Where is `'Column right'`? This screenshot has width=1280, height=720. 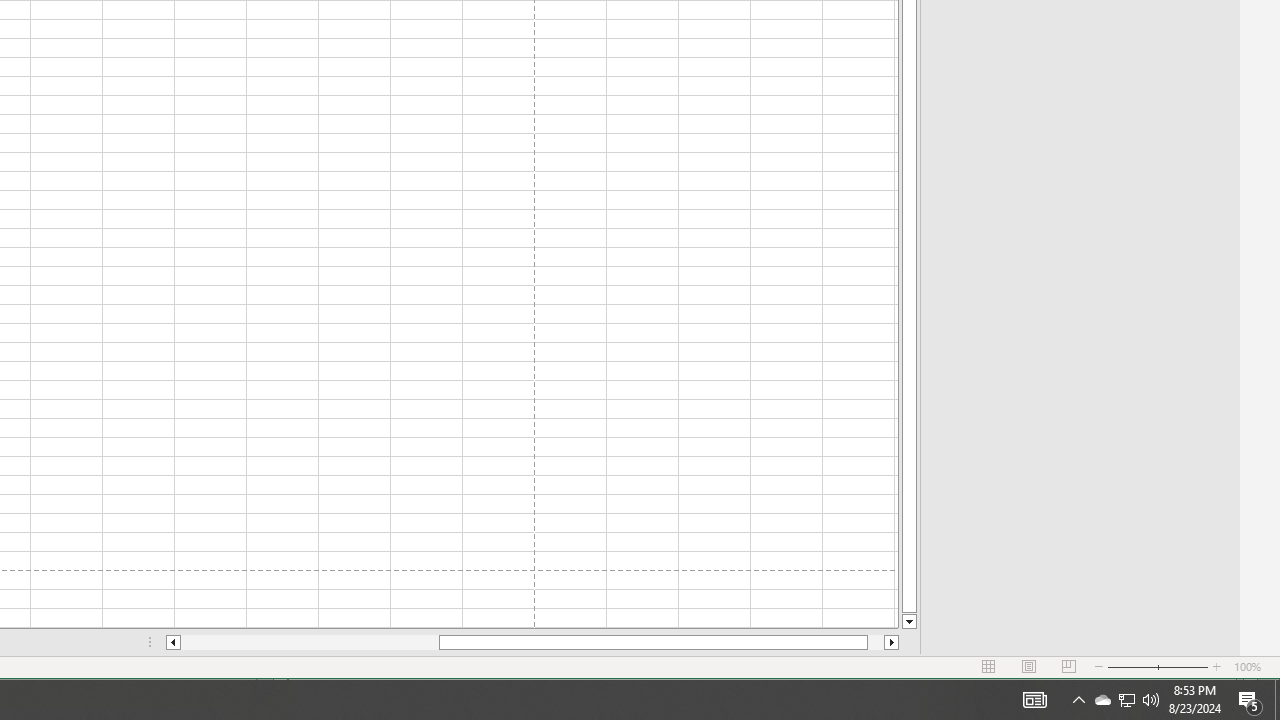 'Column right' is located at coordinates (891, 642).